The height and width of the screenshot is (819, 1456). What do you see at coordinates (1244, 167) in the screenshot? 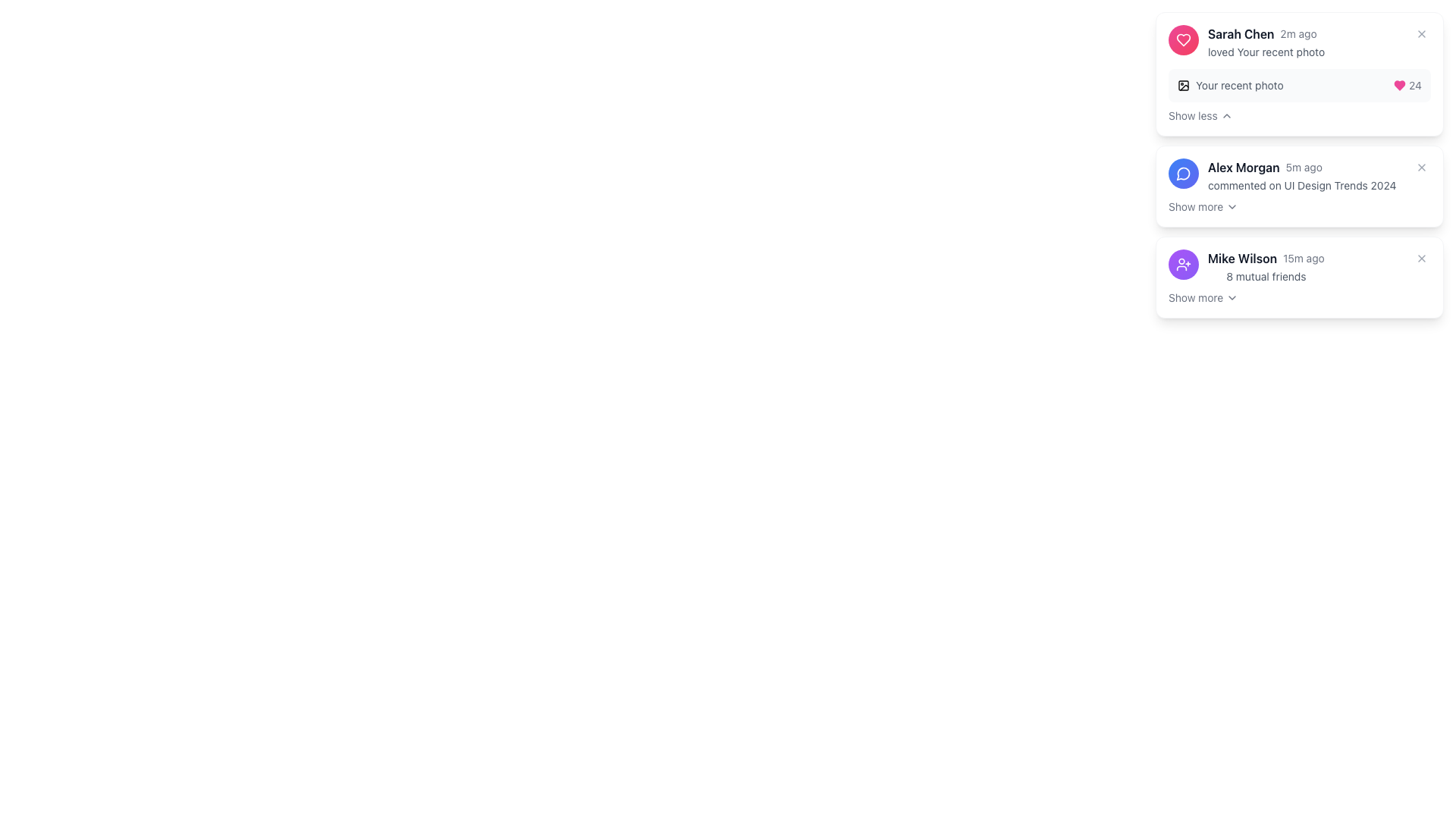
I see `the static text label displaying the user's name in the second notification card, located to the right of the user profile image and above the timestamp '5m ago'` at bounding box center [1244, 167].